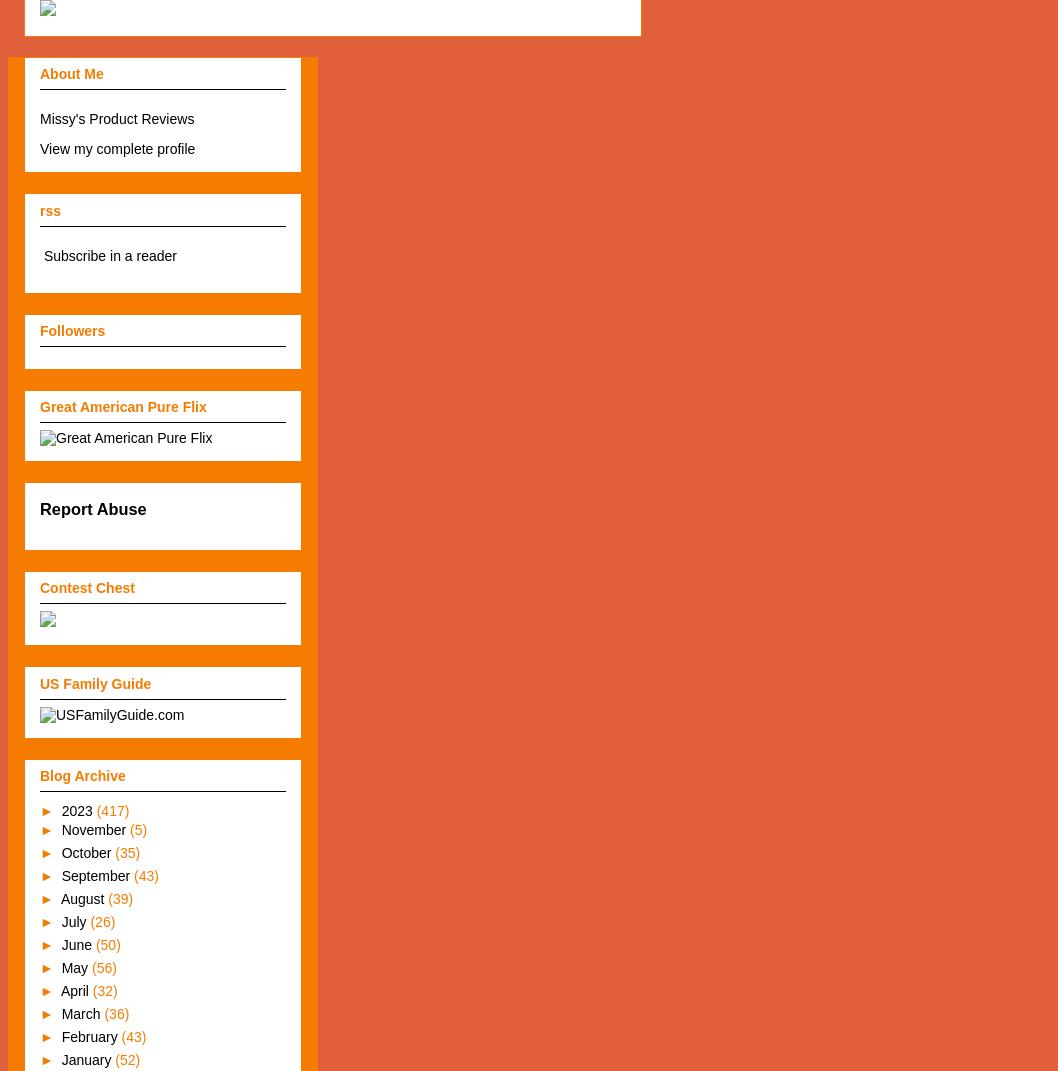  I want to click on 'October', so click(88, 853).